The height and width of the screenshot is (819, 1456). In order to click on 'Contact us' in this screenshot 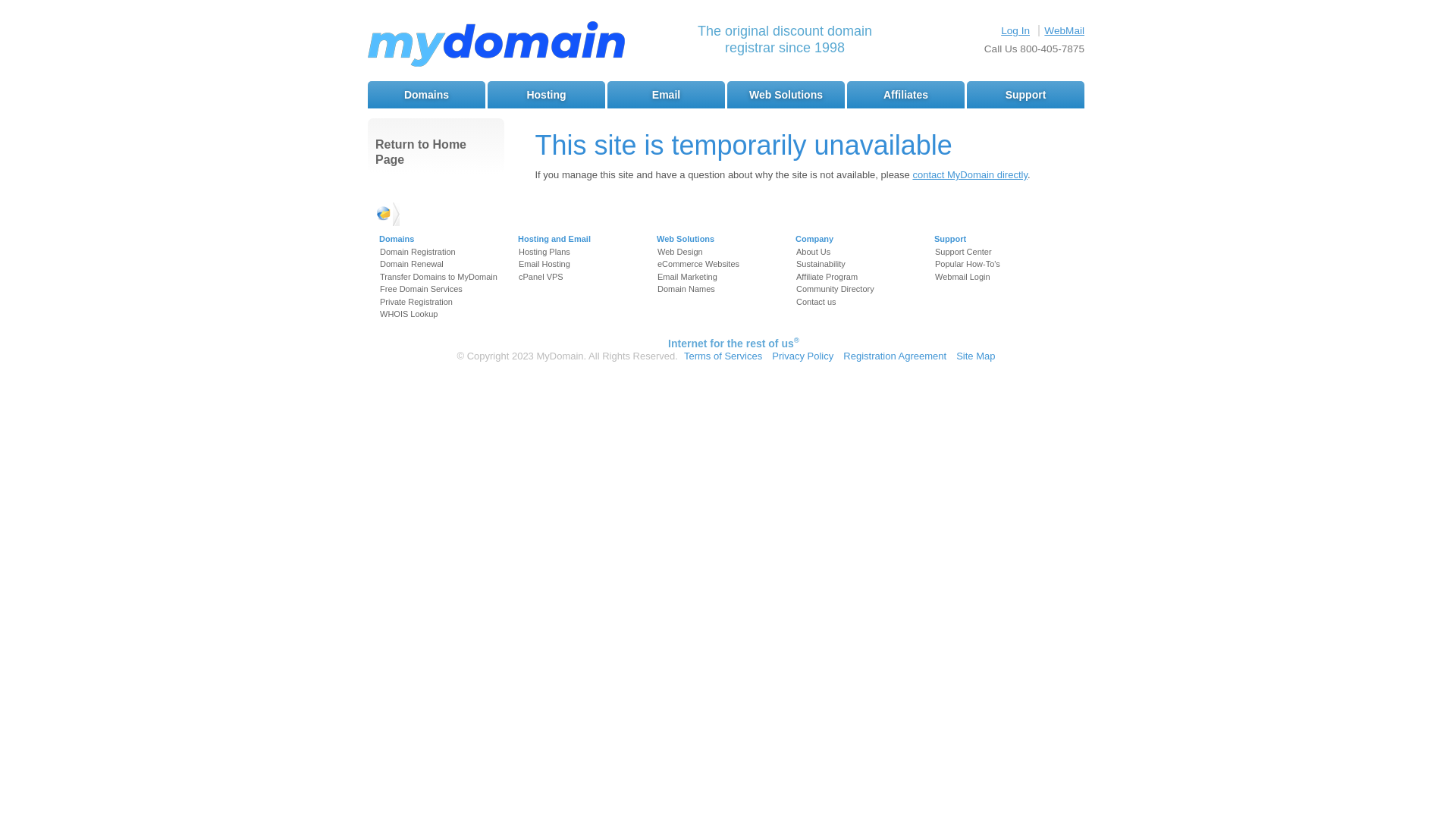, I will do `click(815, 301)`.